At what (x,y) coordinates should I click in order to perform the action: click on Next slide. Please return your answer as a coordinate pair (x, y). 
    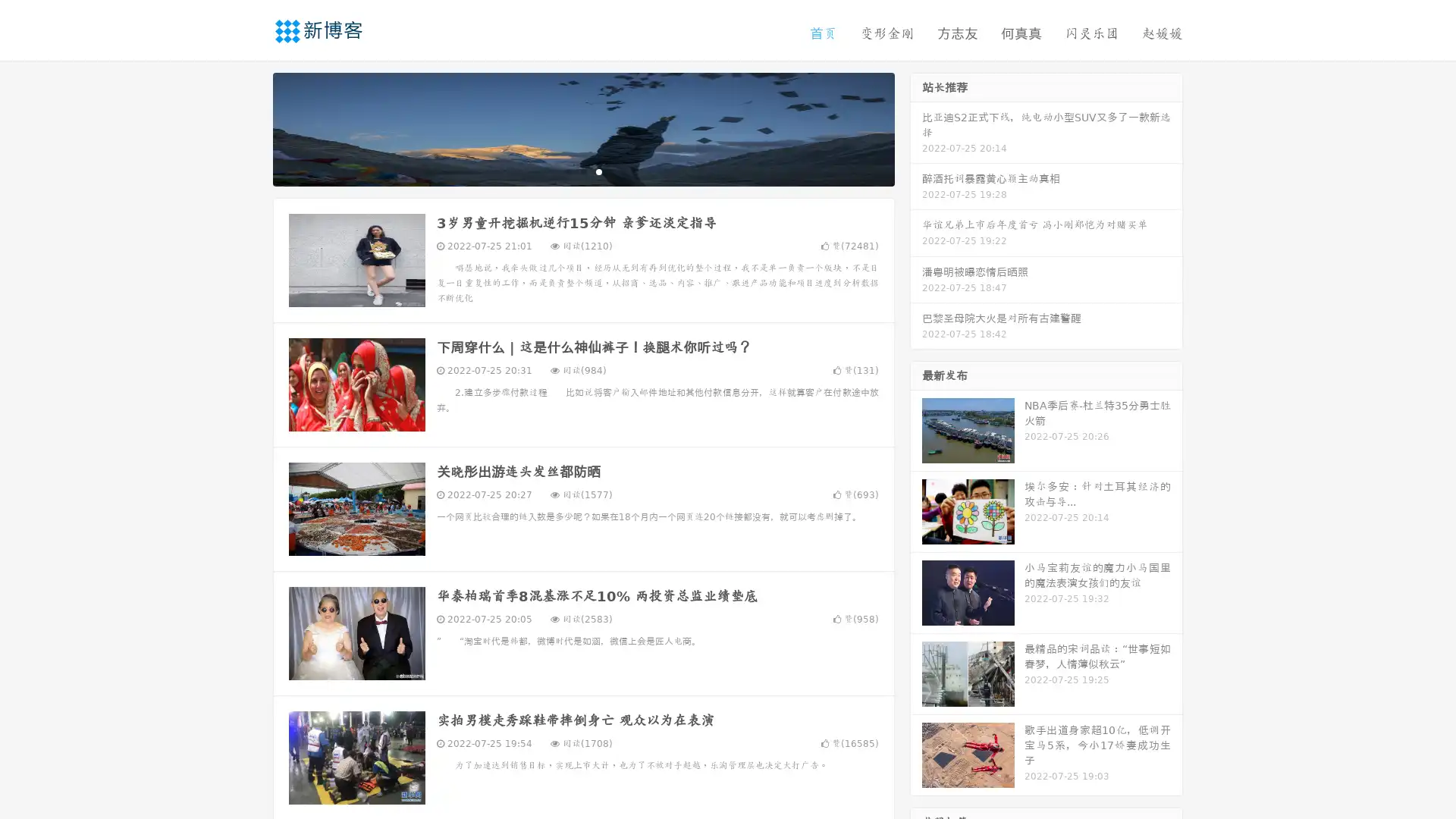
    Looking at the image, I should click on (916, 127).